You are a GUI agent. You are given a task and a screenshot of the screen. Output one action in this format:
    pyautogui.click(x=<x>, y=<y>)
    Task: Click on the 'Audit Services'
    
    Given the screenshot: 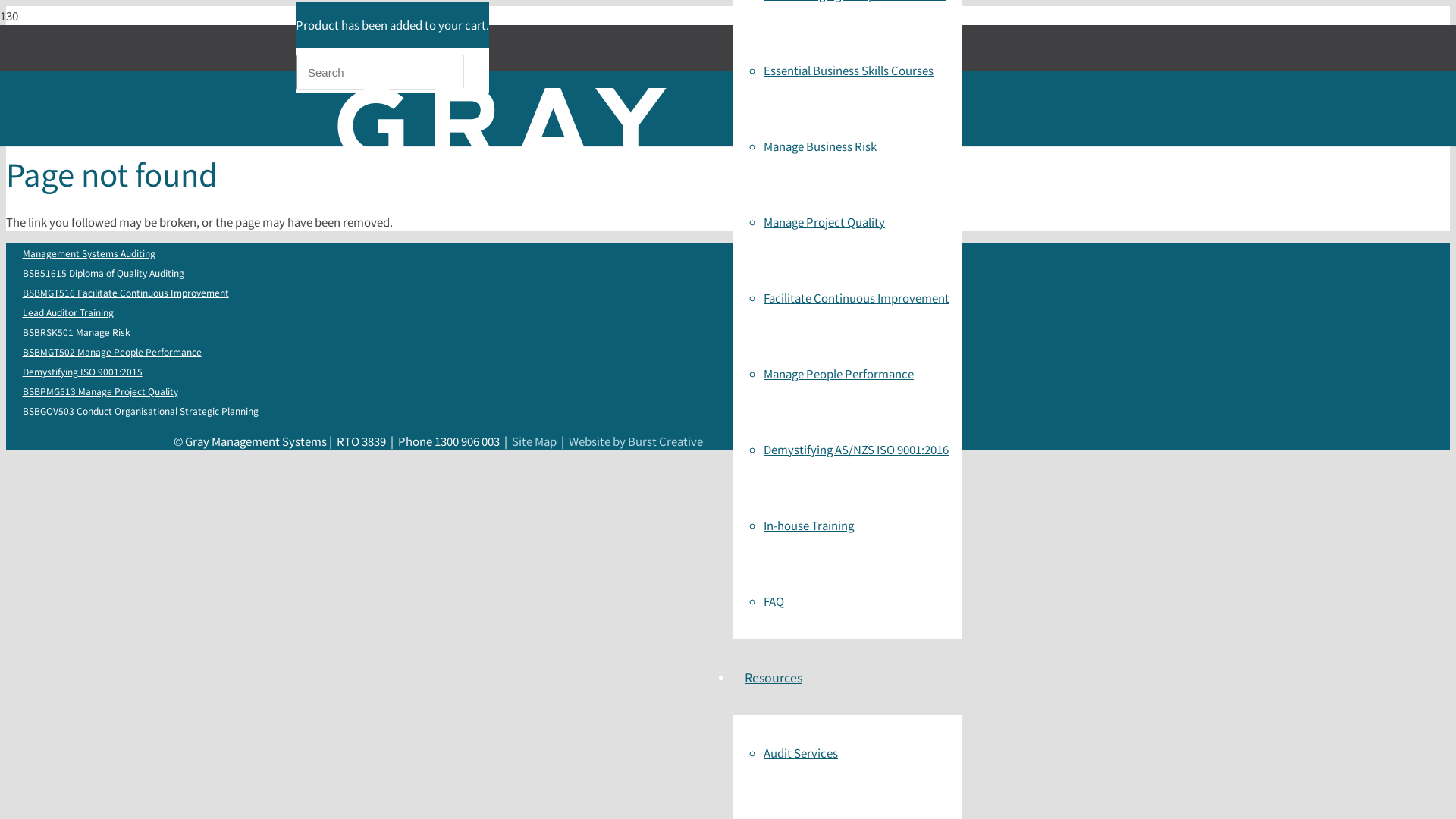 What is the action you would take?
    pyautogui.click(x=800, y=752)
    